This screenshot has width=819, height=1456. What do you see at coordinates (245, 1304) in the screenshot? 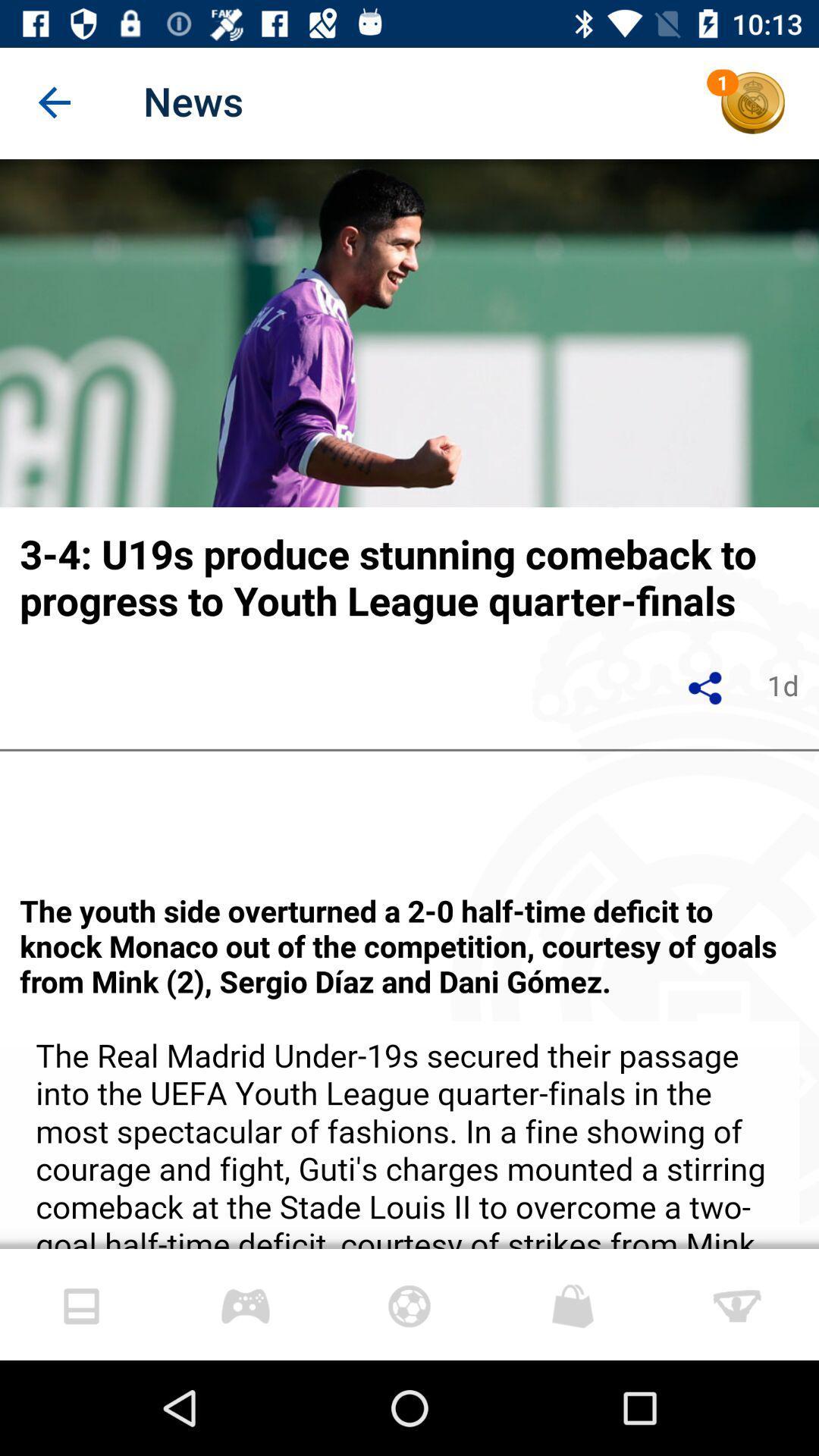
I see `the bookmark icon` at bounding box center [245, 1304].